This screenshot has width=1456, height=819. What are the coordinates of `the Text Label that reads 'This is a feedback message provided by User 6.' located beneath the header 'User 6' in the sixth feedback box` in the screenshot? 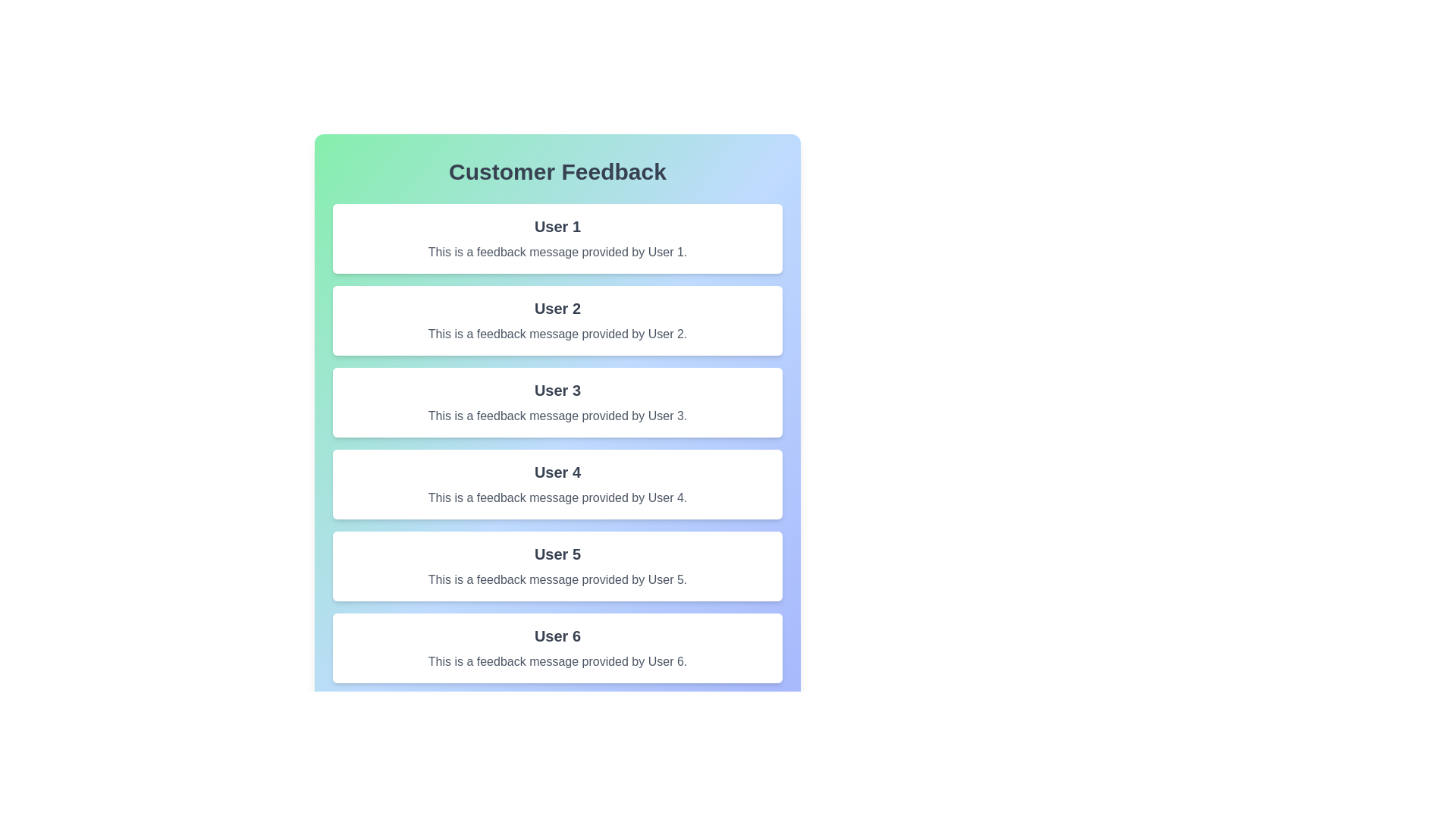 It's located at (557, 661).